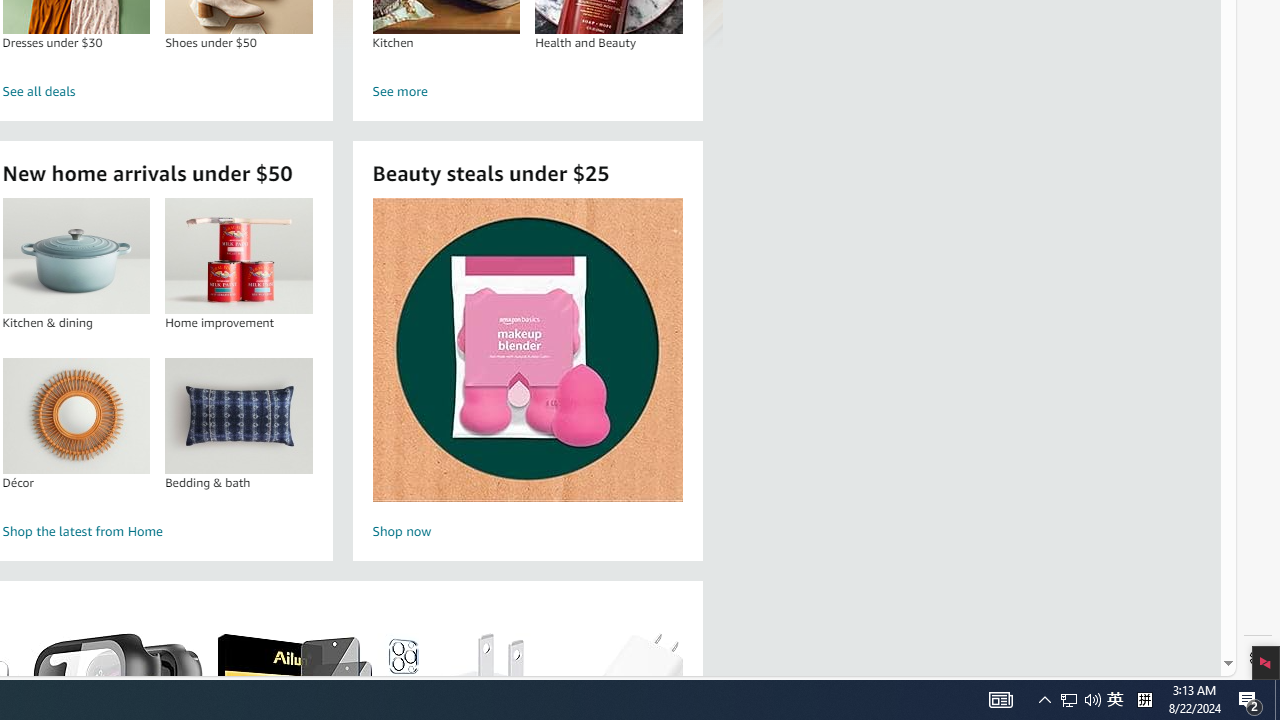 The width and height of the screenshot is (1280, 720). What do you see at coordinates (239, 255) in the screenshot?
I see `'Home improvement'` at bounding box center [239, 255].